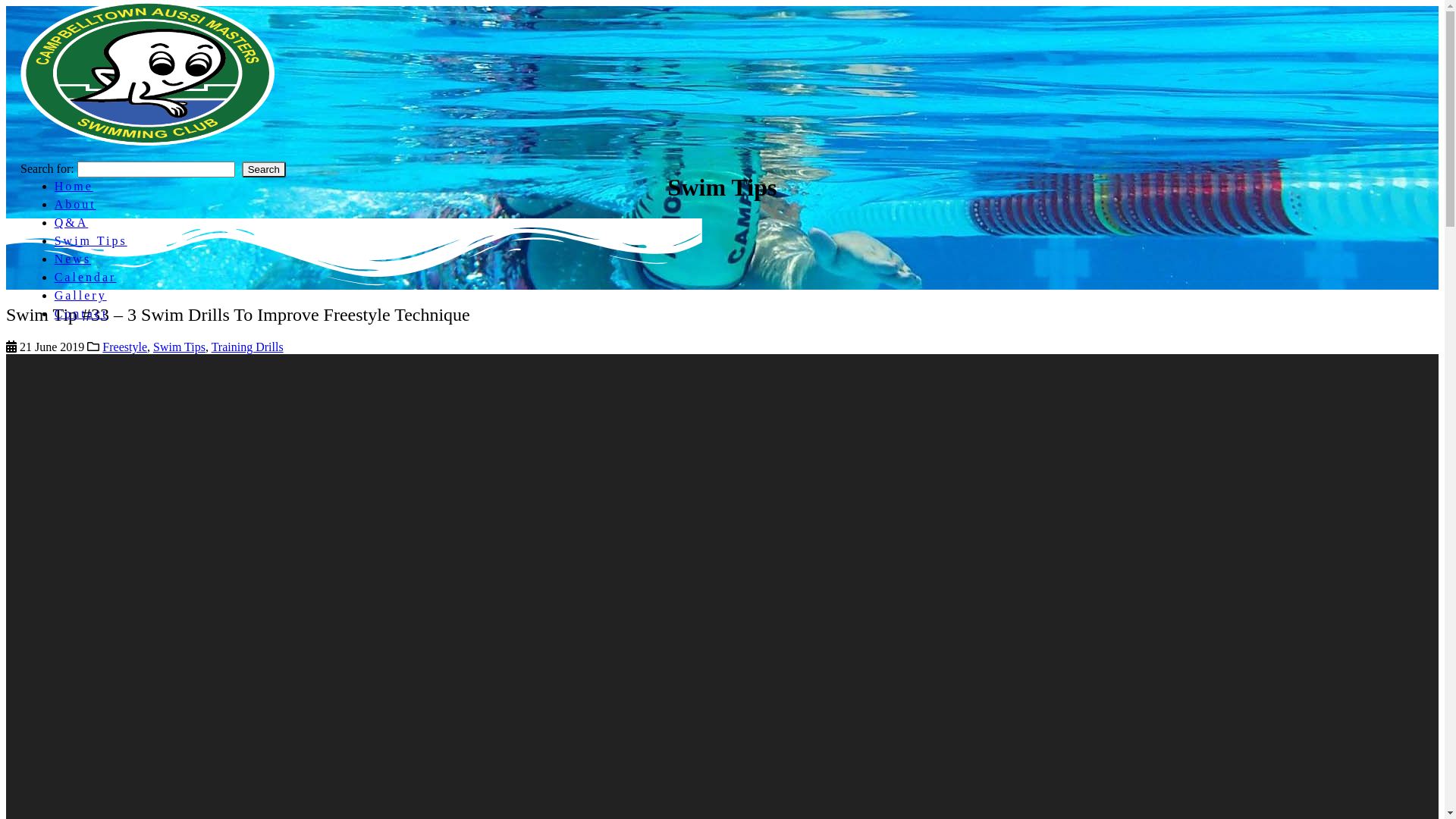  Describe the element at coordinates (72, 258) in the screenshot. I see `'News'` at that location.